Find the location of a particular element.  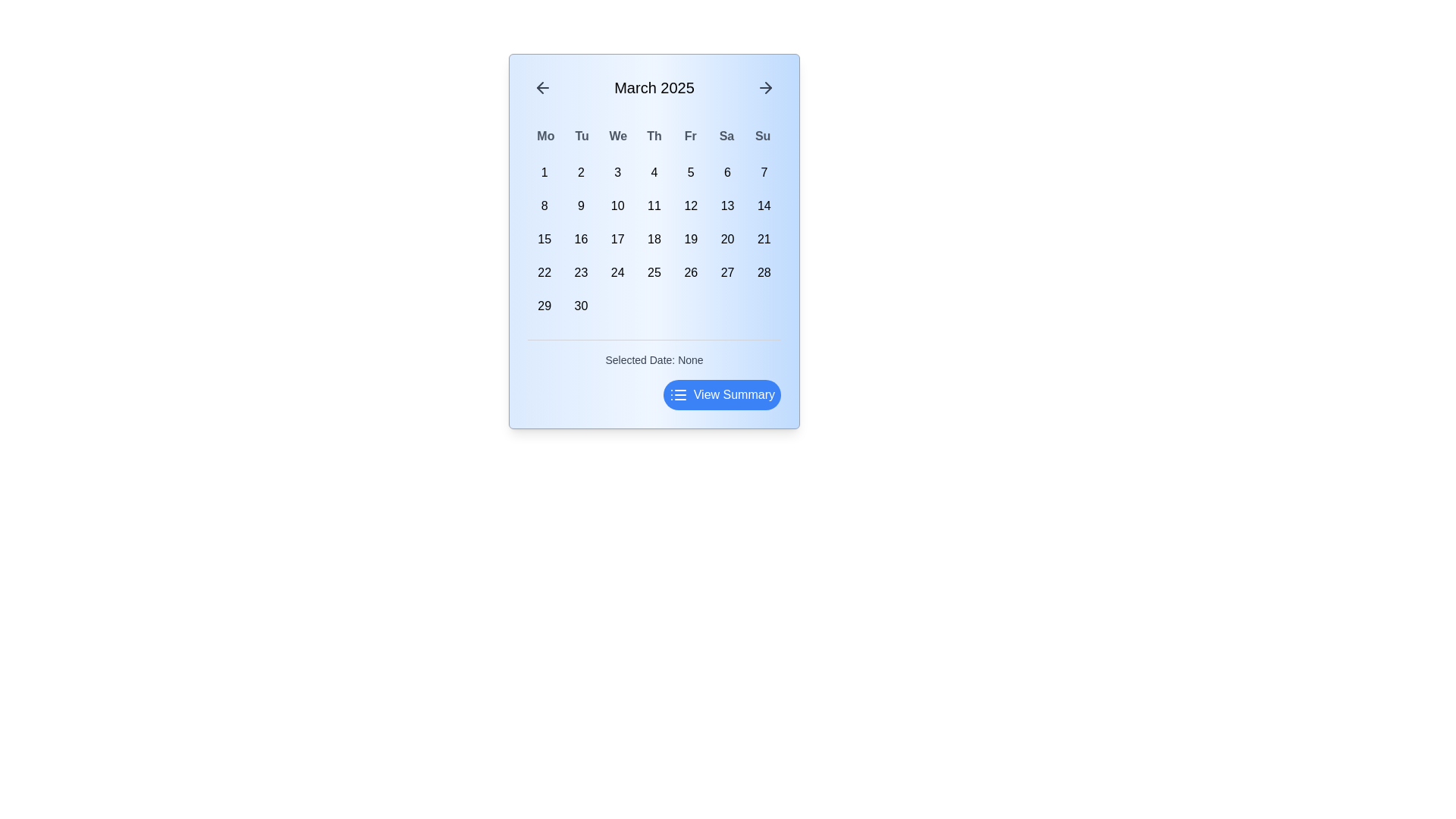

the rounded button labeled '26' in the calendar grid is located at coordinates (690, 271).